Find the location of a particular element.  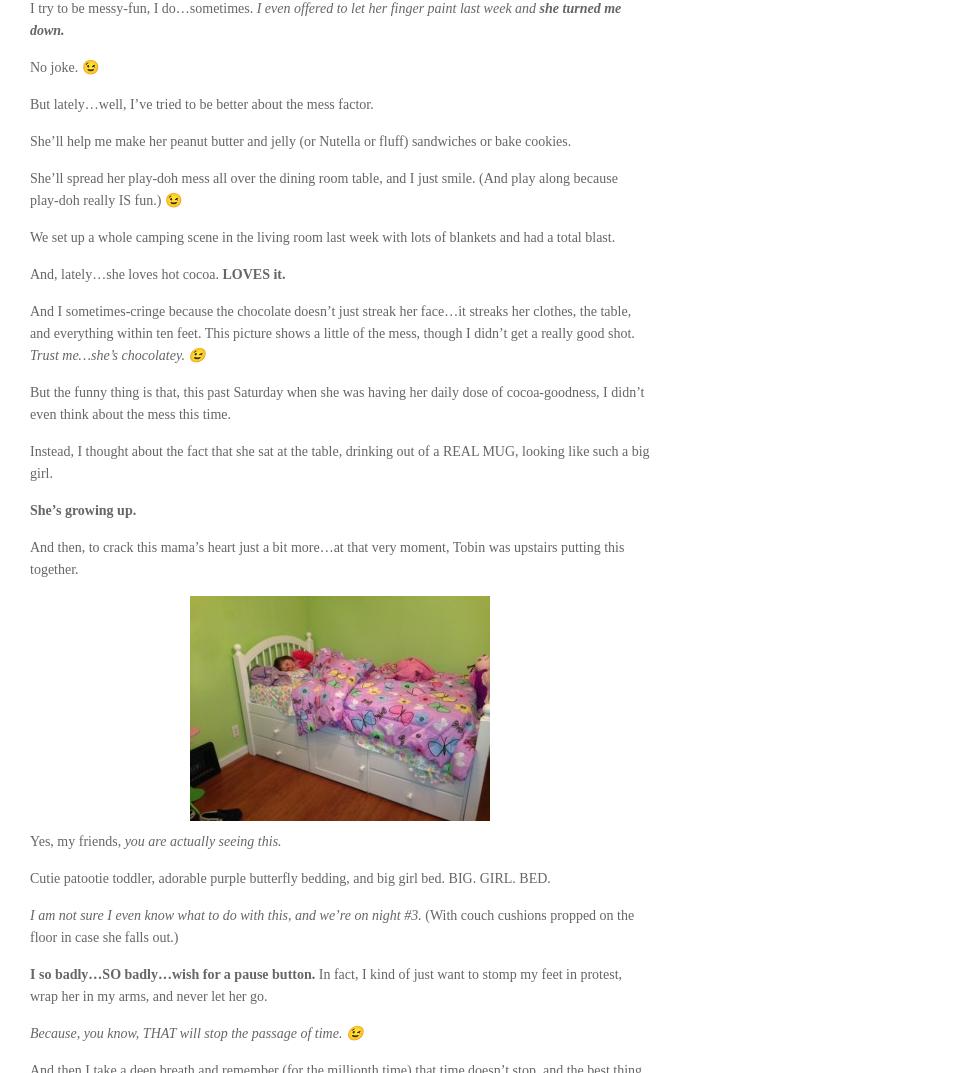

'And then, to crack this mama’s heart just a bit more…at that very moment, Tobin was upstairs putting this together.' is located at coordinates (29, 558).